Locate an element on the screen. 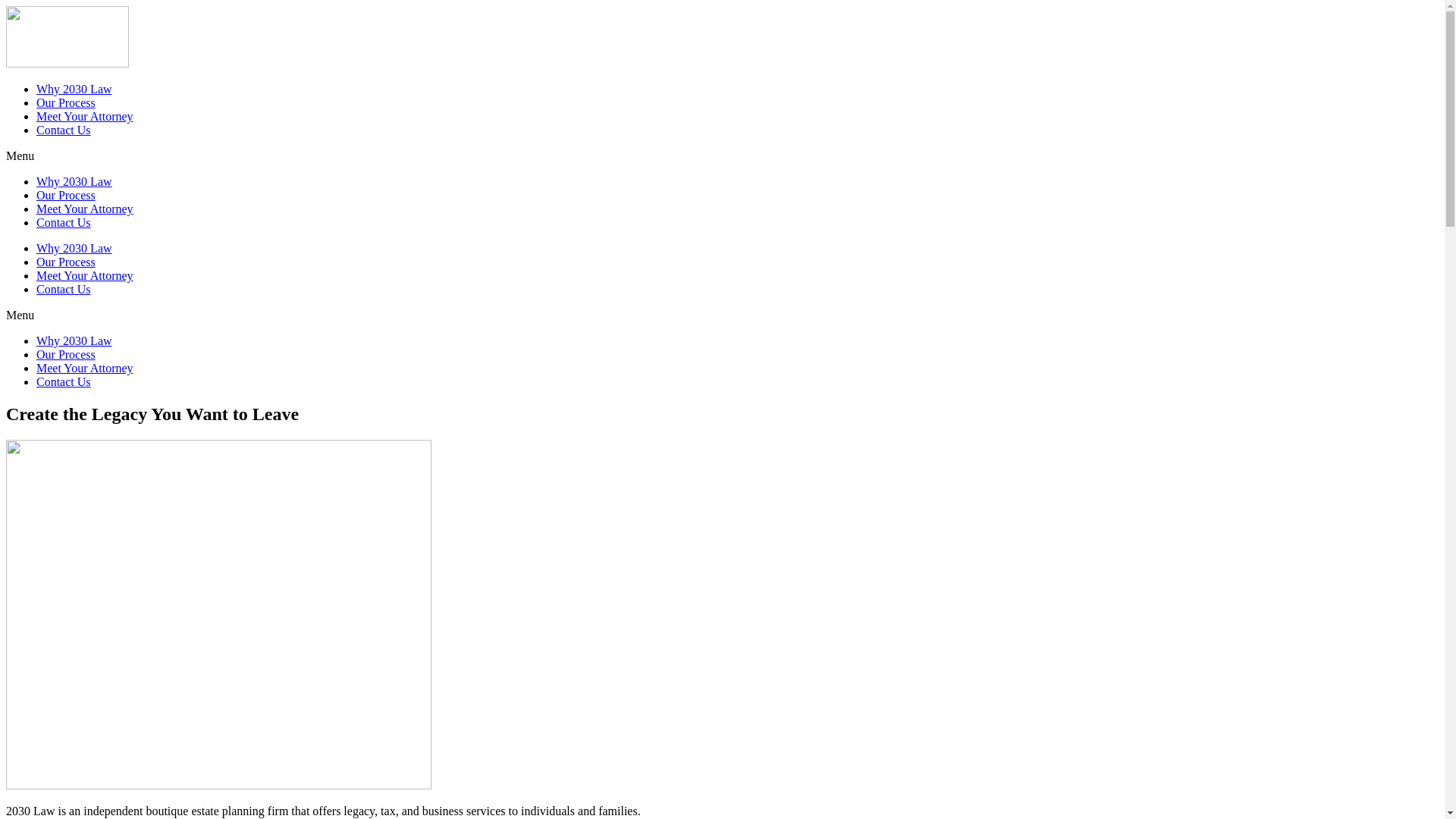 This screenshot has height=819, width=1456. 'Meet Your Attorney' is located at coordinates (83, 209).